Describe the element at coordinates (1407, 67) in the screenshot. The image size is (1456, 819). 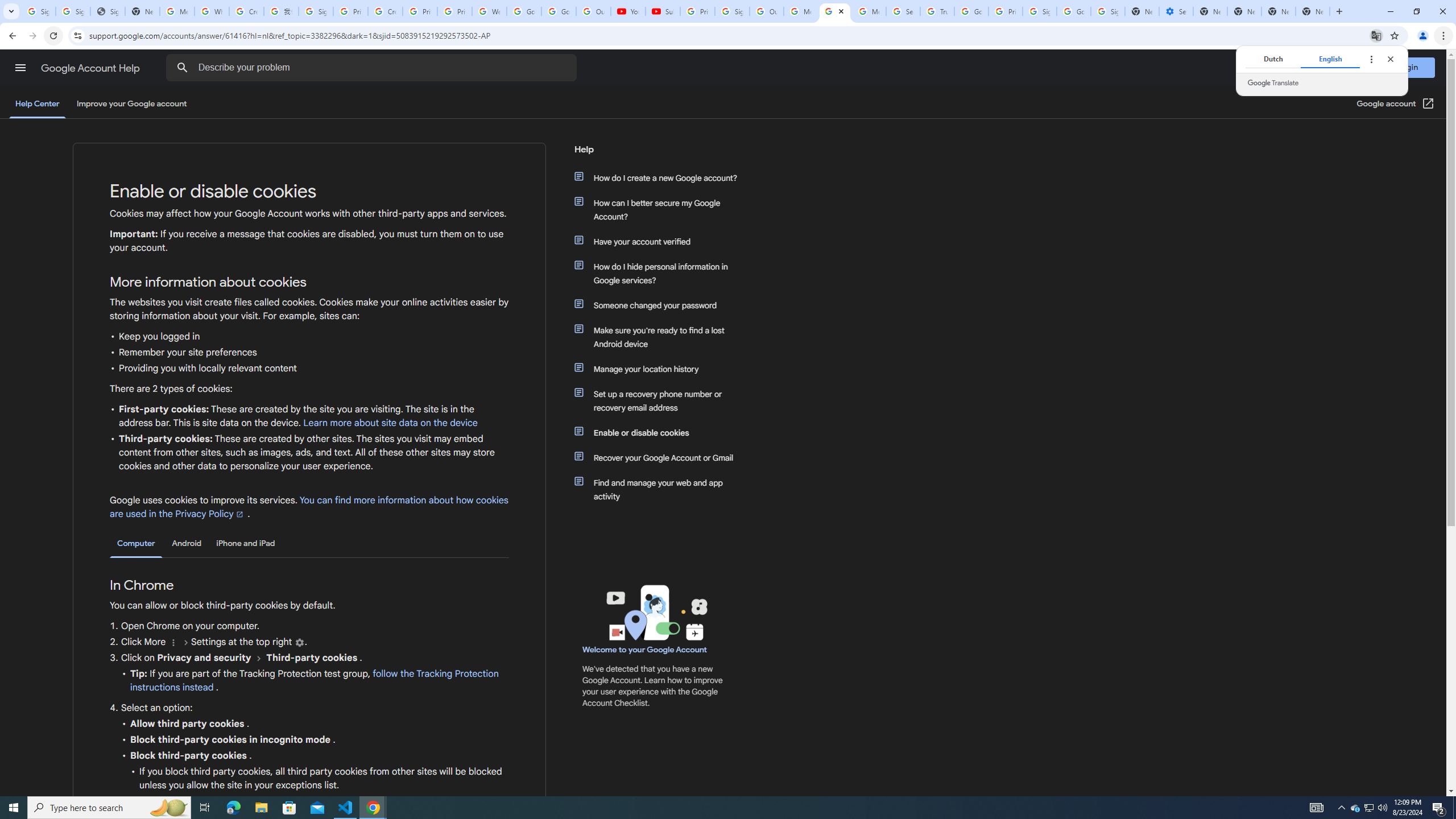
I see `'Login'` at that location.